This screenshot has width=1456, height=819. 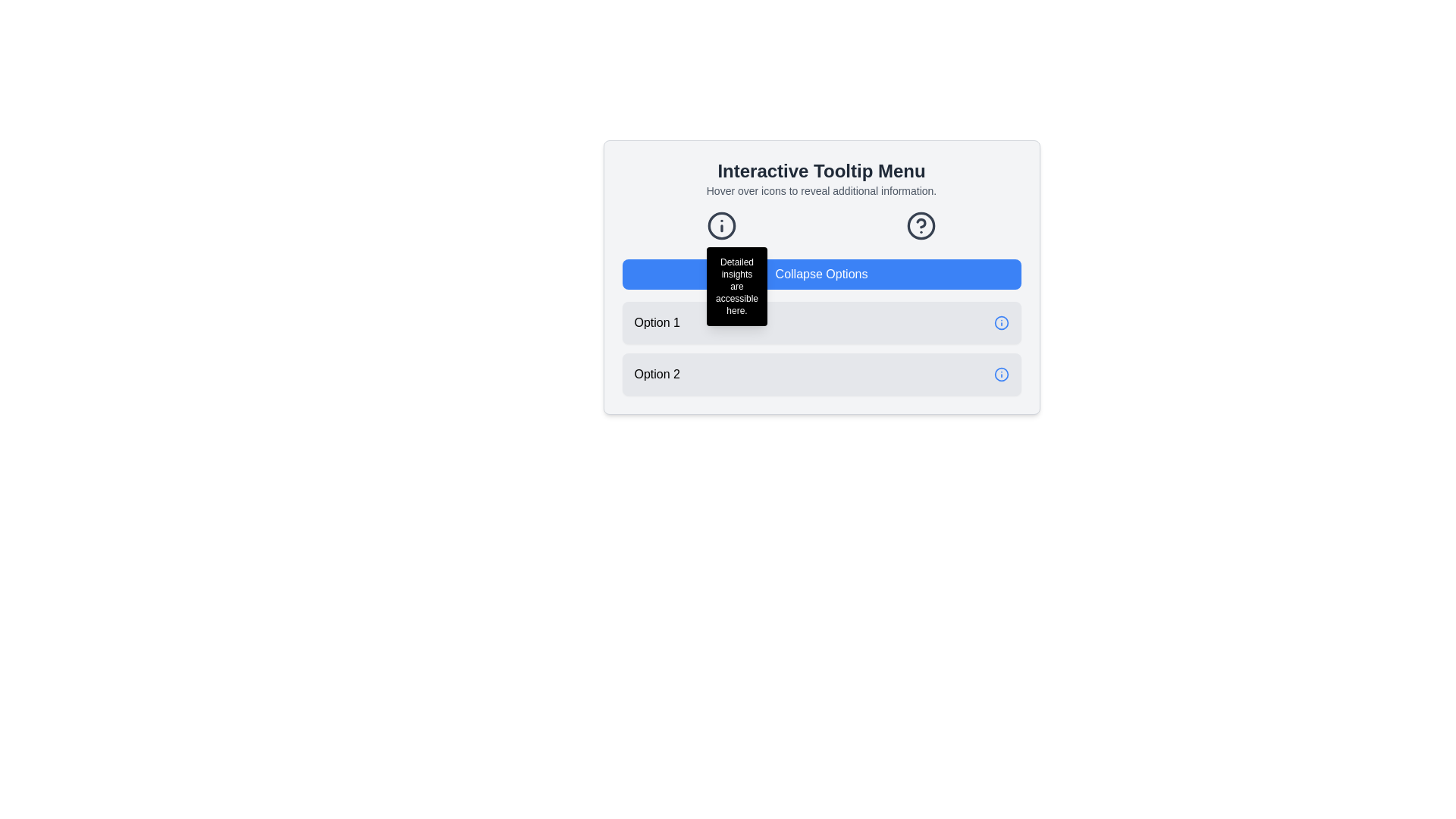 I want to click on the circular information icon ('i'), so click(x=720, y=225).